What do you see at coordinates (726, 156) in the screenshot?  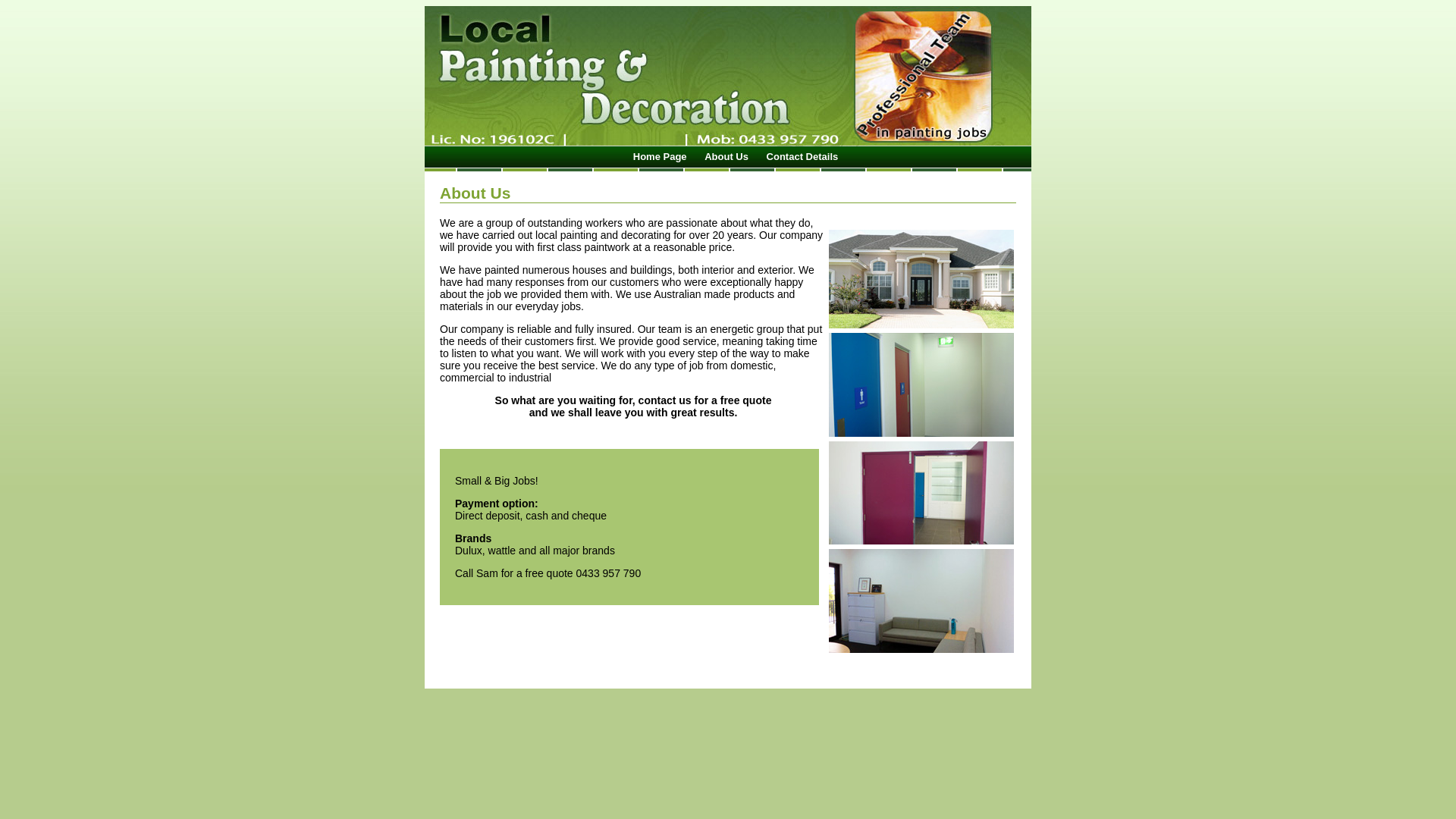 I see `'About Us'` at bounding box center [726, 156].